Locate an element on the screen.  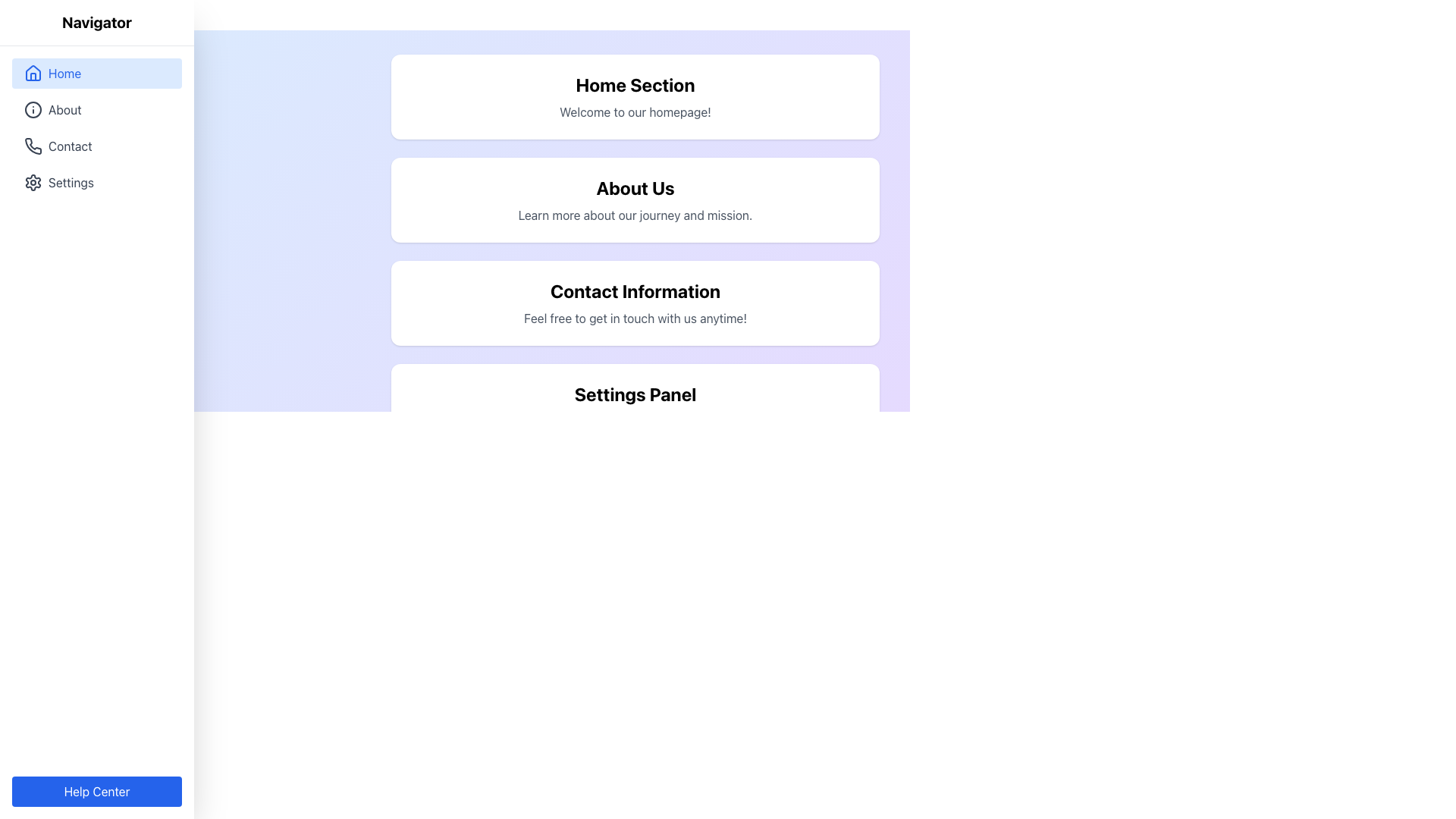
the settings icon located at the top-left corner of the 'Settings' button in the navigation menu is located at coordinates (33, 181).